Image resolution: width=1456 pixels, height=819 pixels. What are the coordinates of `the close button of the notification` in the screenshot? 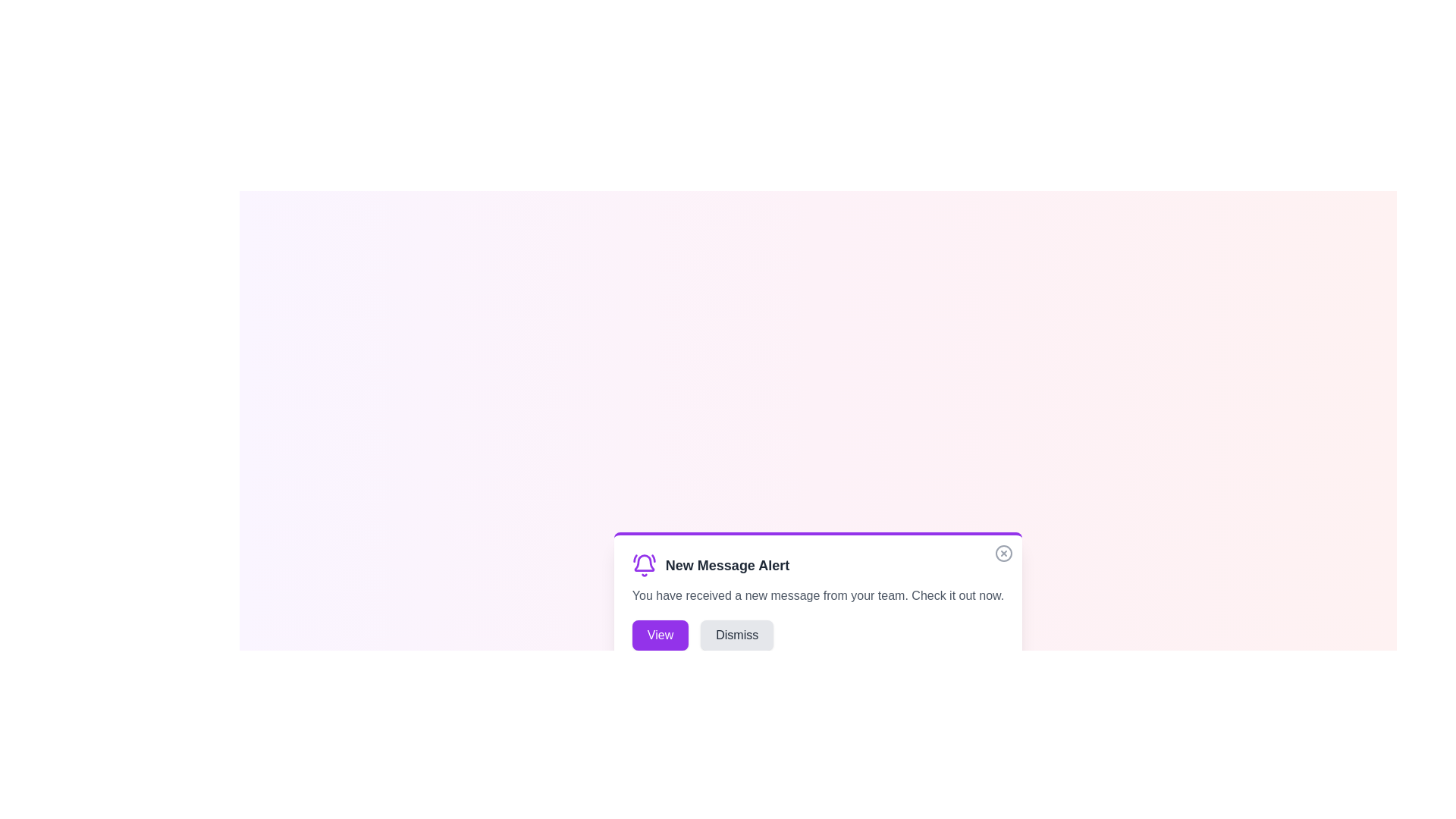 It's located at (1004, 553).